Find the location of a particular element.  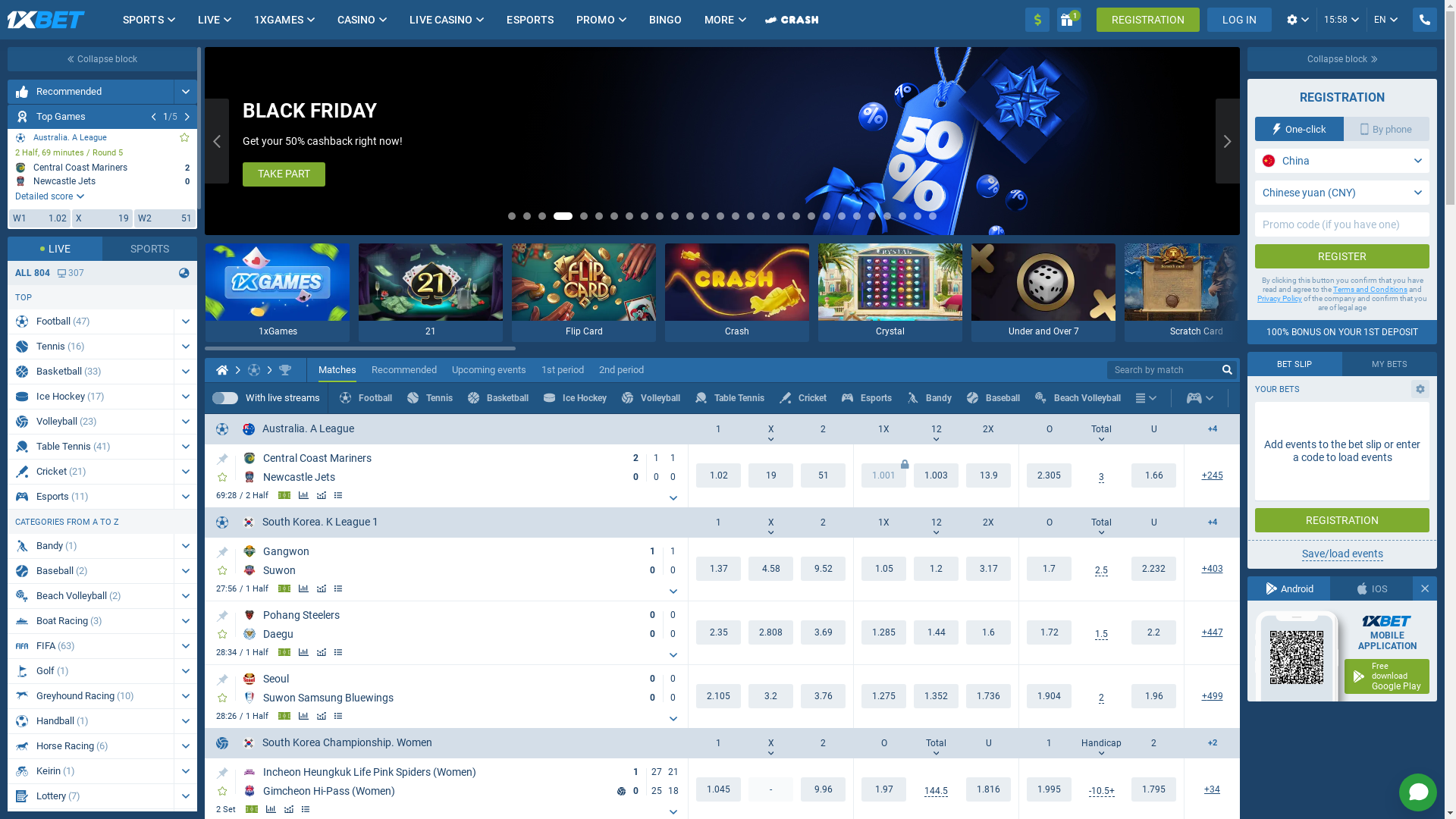

'2.2' is located at coordinates (1131, 632).